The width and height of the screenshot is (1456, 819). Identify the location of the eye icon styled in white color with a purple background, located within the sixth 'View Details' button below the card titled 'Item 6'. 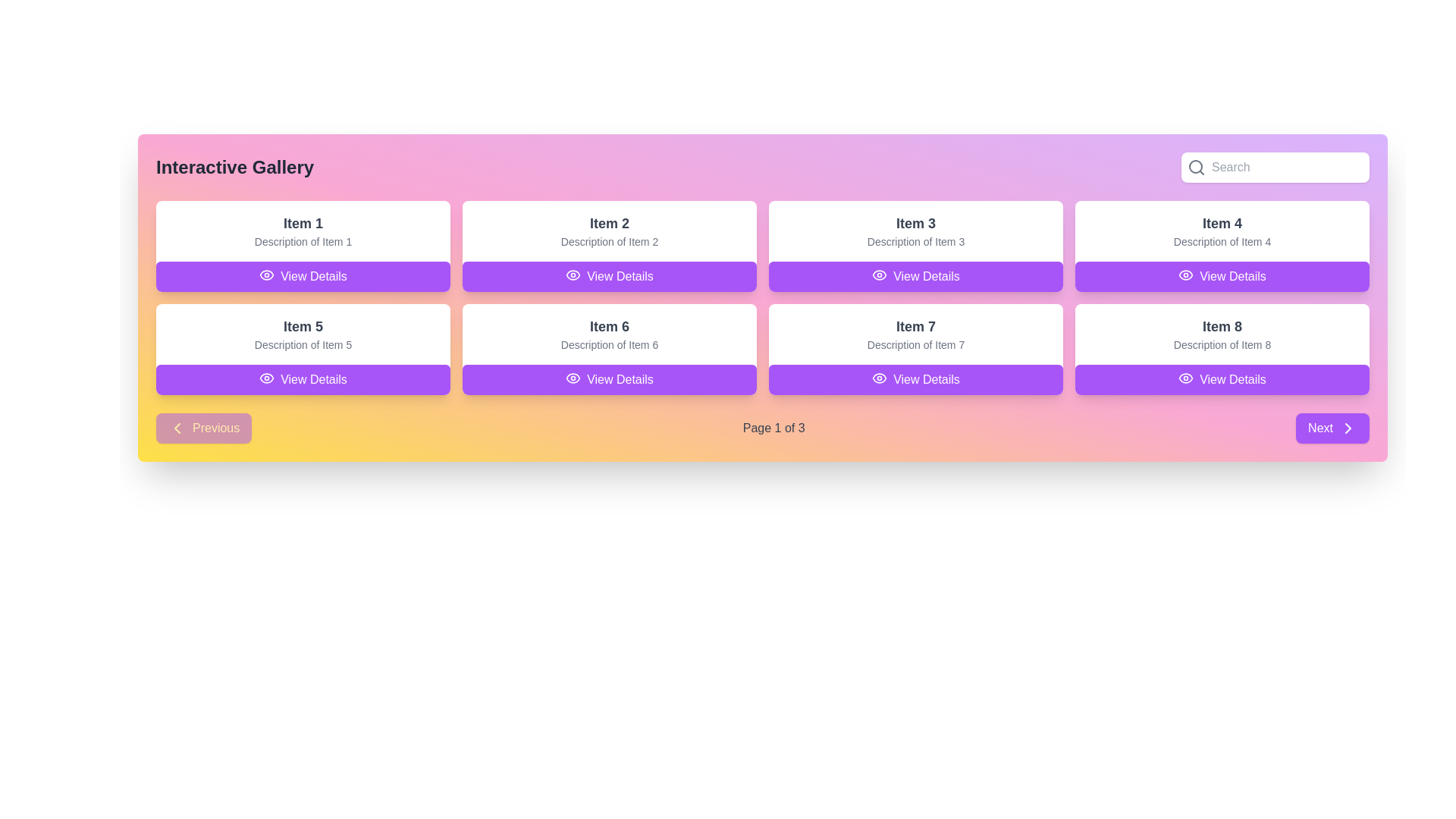
(573, 377).